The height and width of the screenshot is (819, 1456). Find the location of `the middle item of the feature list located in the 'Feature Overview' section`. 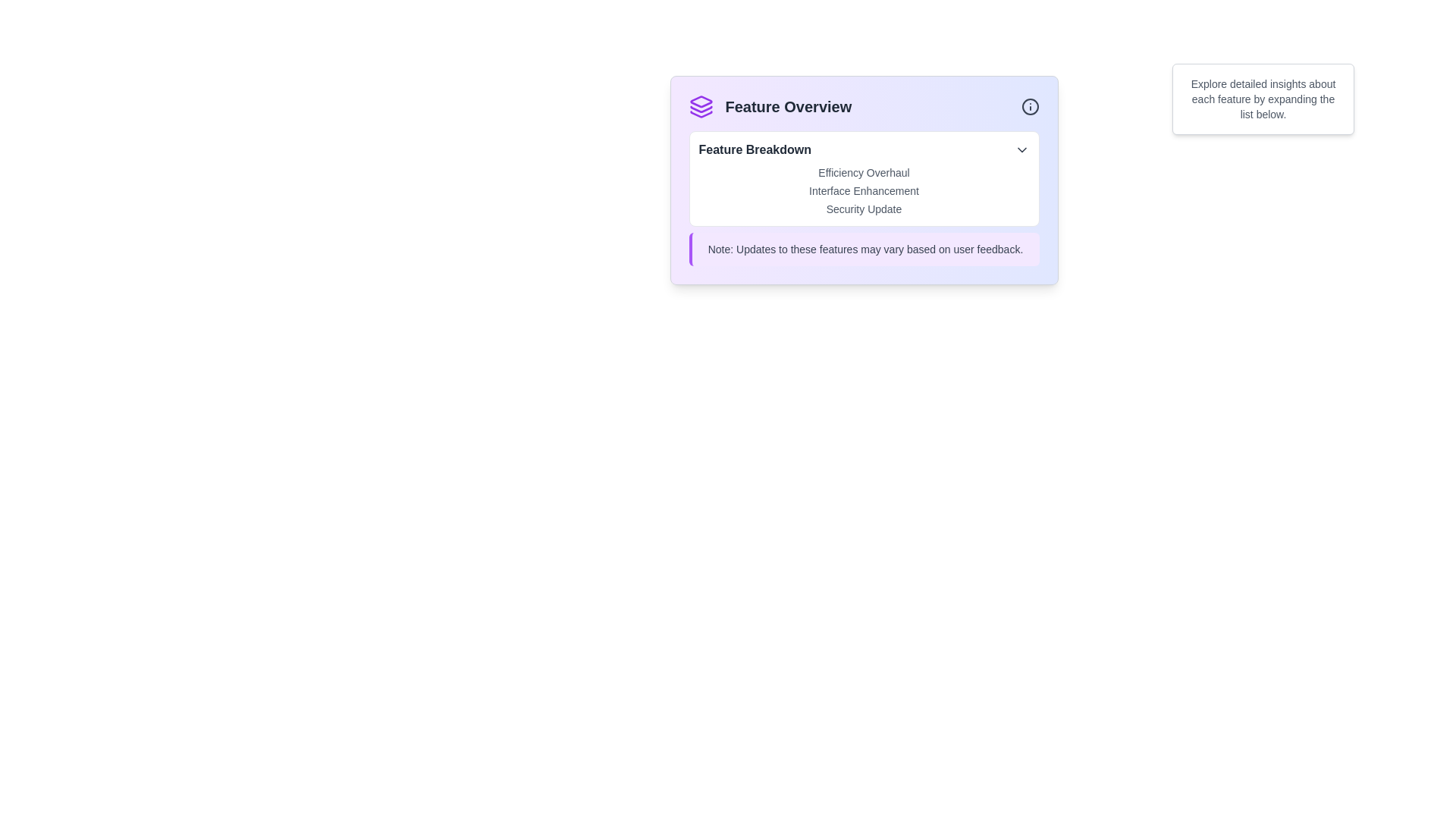

the middle item of the feature list located in the 'Feature Overview' section is located at coordinates (864, 198).